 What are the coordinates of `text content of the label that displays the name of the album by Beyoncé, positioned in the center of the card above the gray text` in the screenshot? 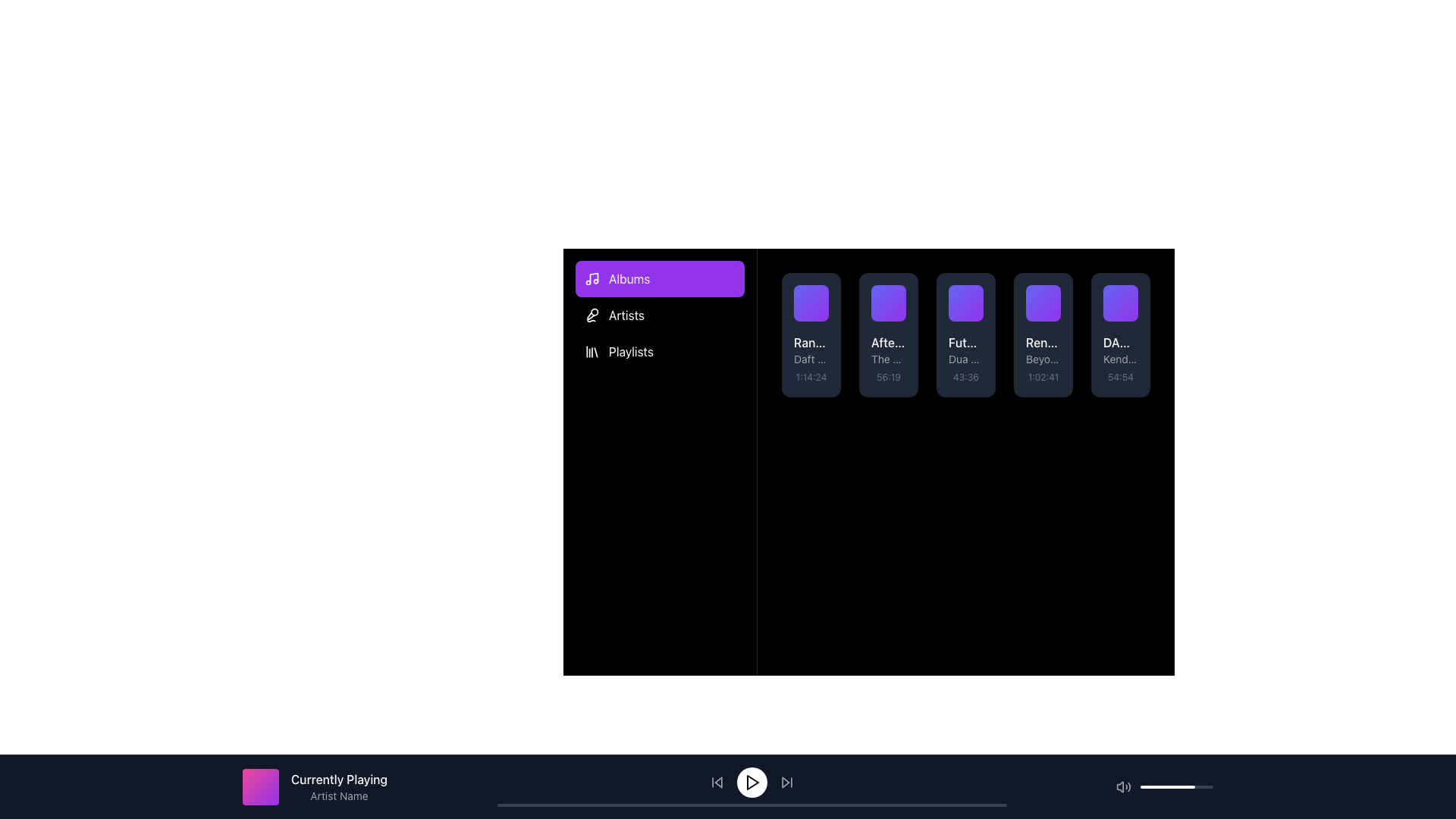 It's located at (1043, 342).